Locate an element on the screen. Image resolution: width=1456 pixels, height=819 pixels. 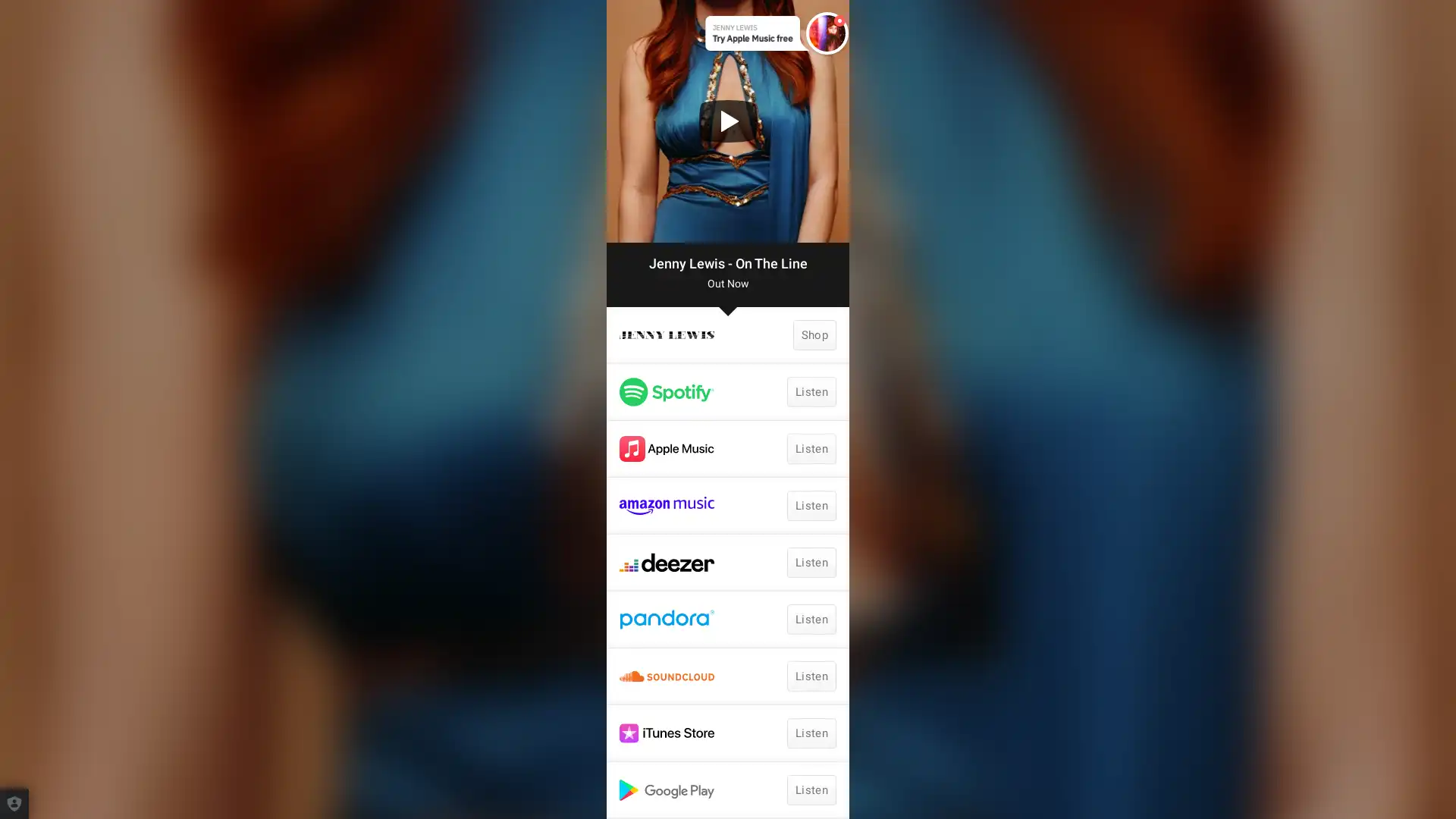
Listen is located at coordinates (811, 733).